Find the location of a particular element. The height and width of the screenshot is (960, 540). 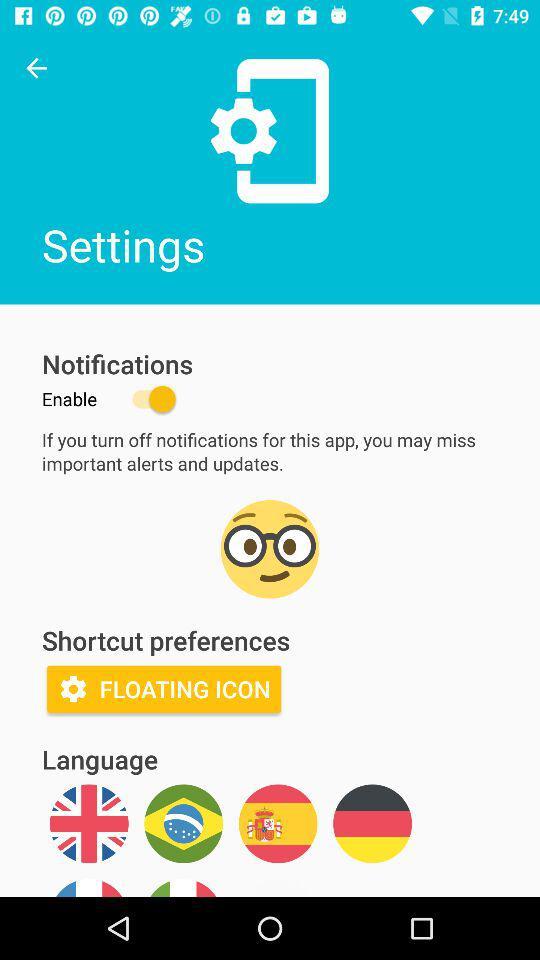

the national_flag icon is located at coordinates (277, 823).